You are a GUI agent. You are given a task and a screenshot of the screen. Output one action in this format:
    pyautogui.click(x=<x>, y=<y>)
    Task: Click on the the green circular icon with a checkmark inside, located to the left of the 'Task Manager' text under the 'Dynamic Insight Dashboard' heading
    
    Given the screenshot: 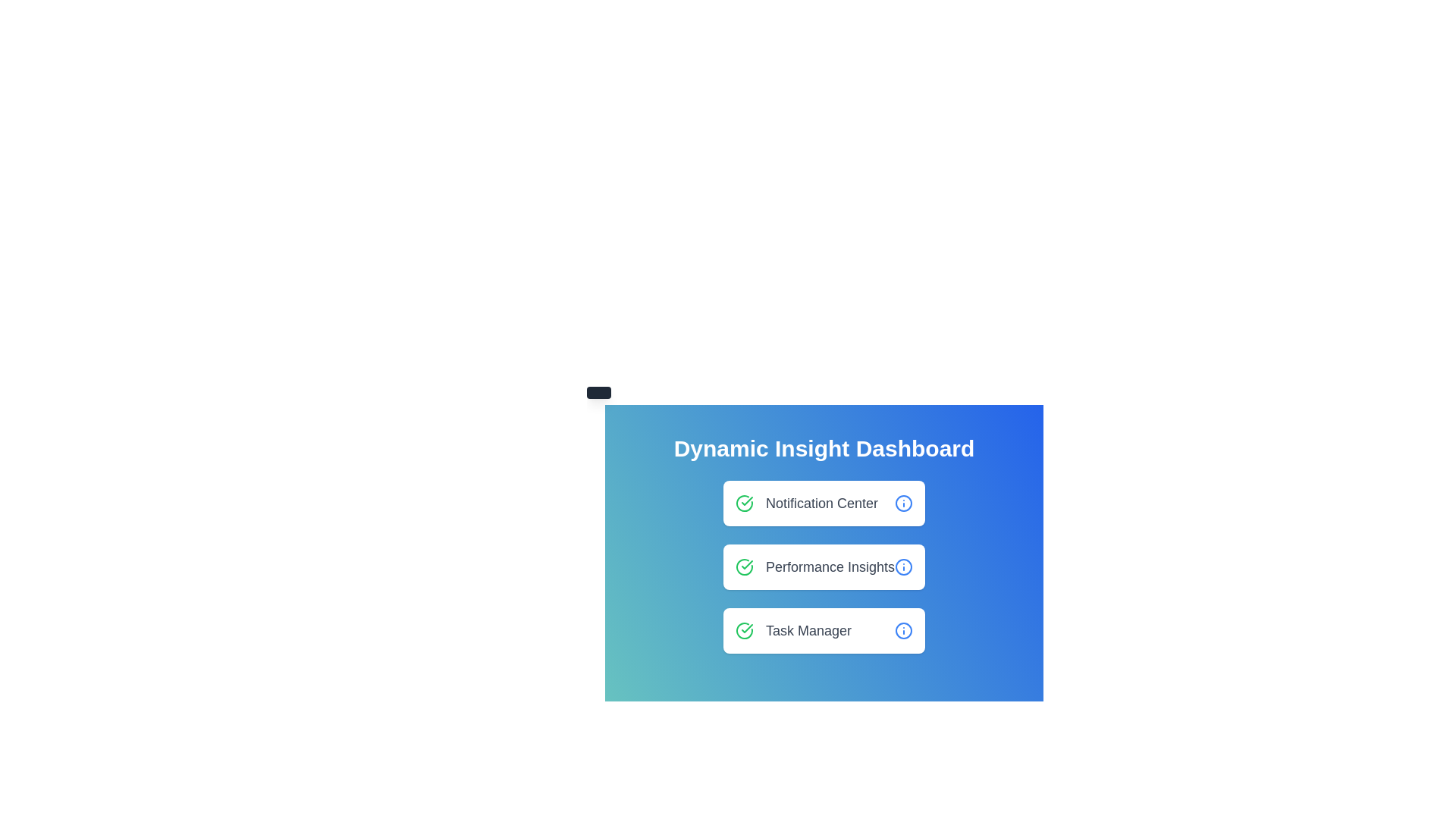 What is the action you would take?
    pyautogui.click(x=744, y=631)
    